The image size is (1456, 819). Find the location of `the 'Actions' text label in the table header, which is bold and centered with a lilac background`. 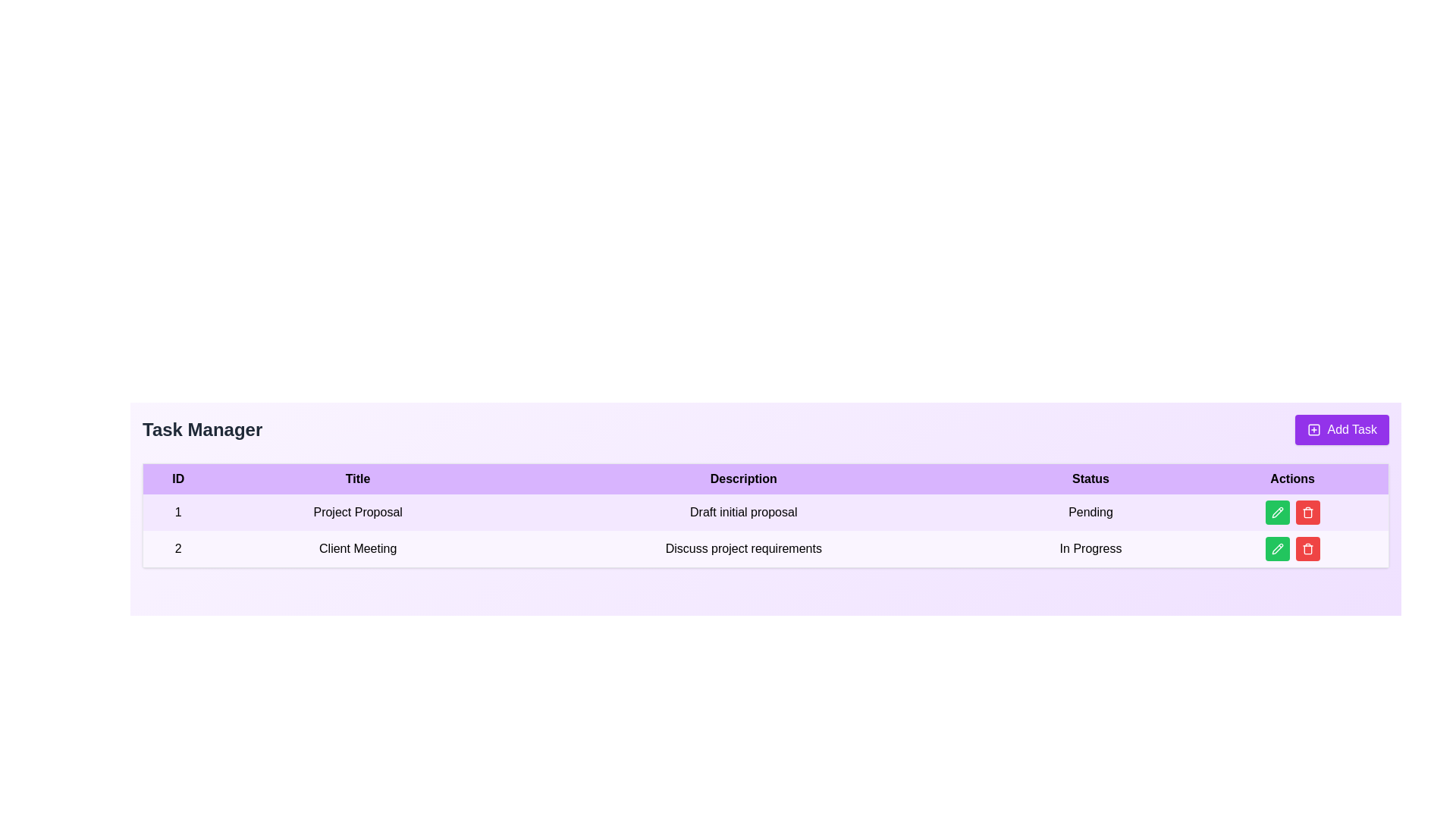

the 'Actions' text label in the table header, which is bold and centered with a lilac background is located at coordinates (1291, 479).